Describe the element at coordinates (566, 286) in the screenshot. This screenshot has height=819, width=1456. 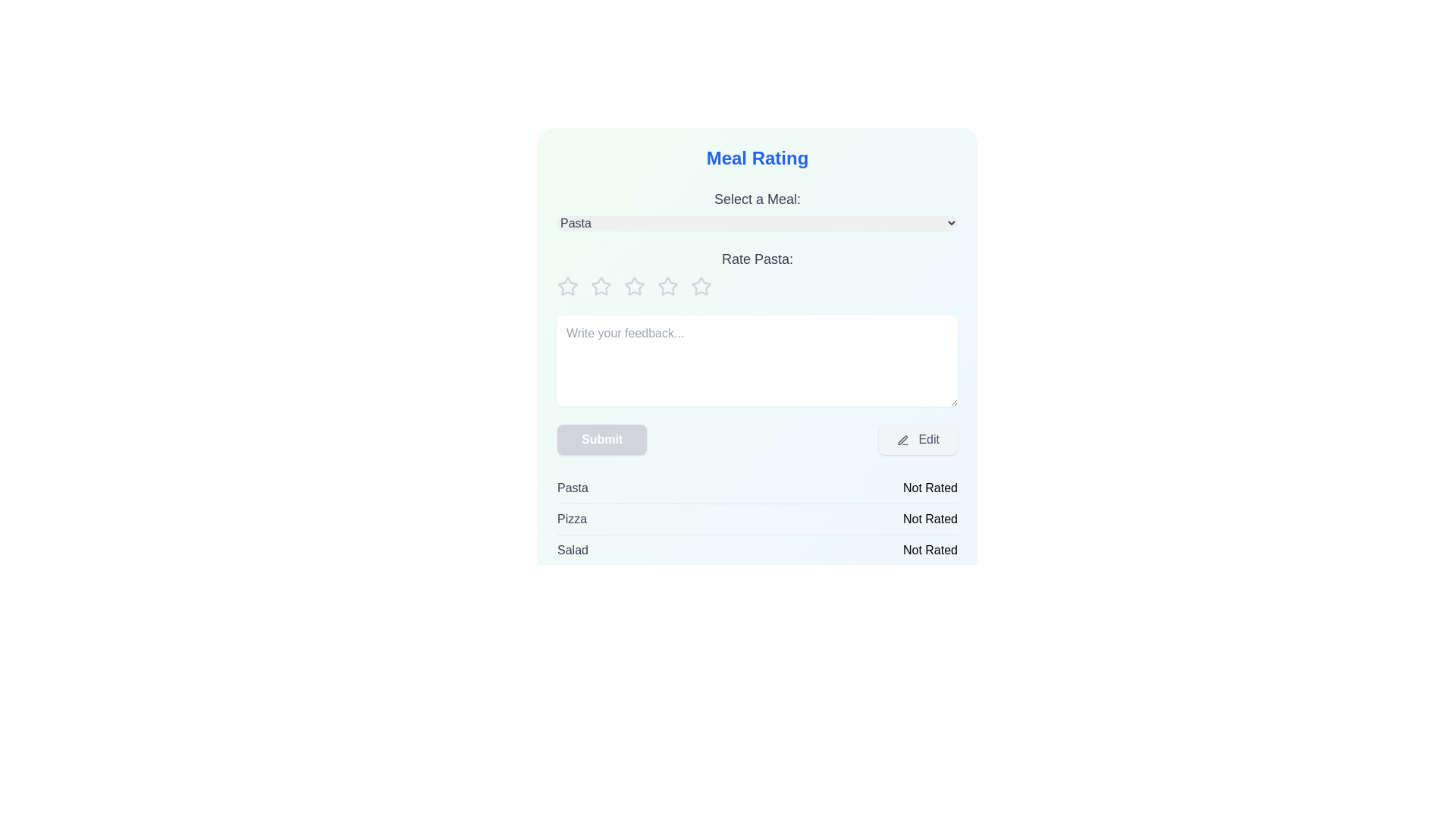
I see `the leftmost hollow star-shaped rating icon` at that location.